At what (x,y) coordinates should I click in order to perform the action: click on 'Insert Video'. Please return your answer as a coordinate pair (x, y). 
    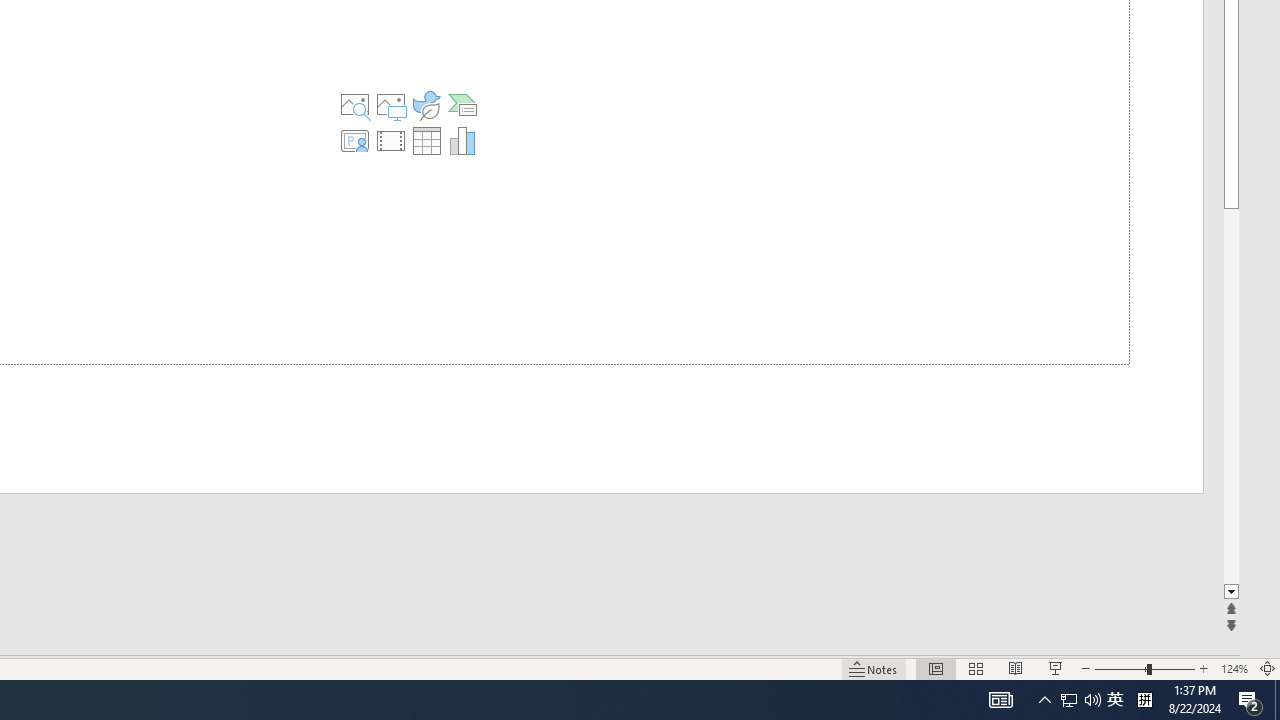
    Looking at the image, I should click on (391, 140).